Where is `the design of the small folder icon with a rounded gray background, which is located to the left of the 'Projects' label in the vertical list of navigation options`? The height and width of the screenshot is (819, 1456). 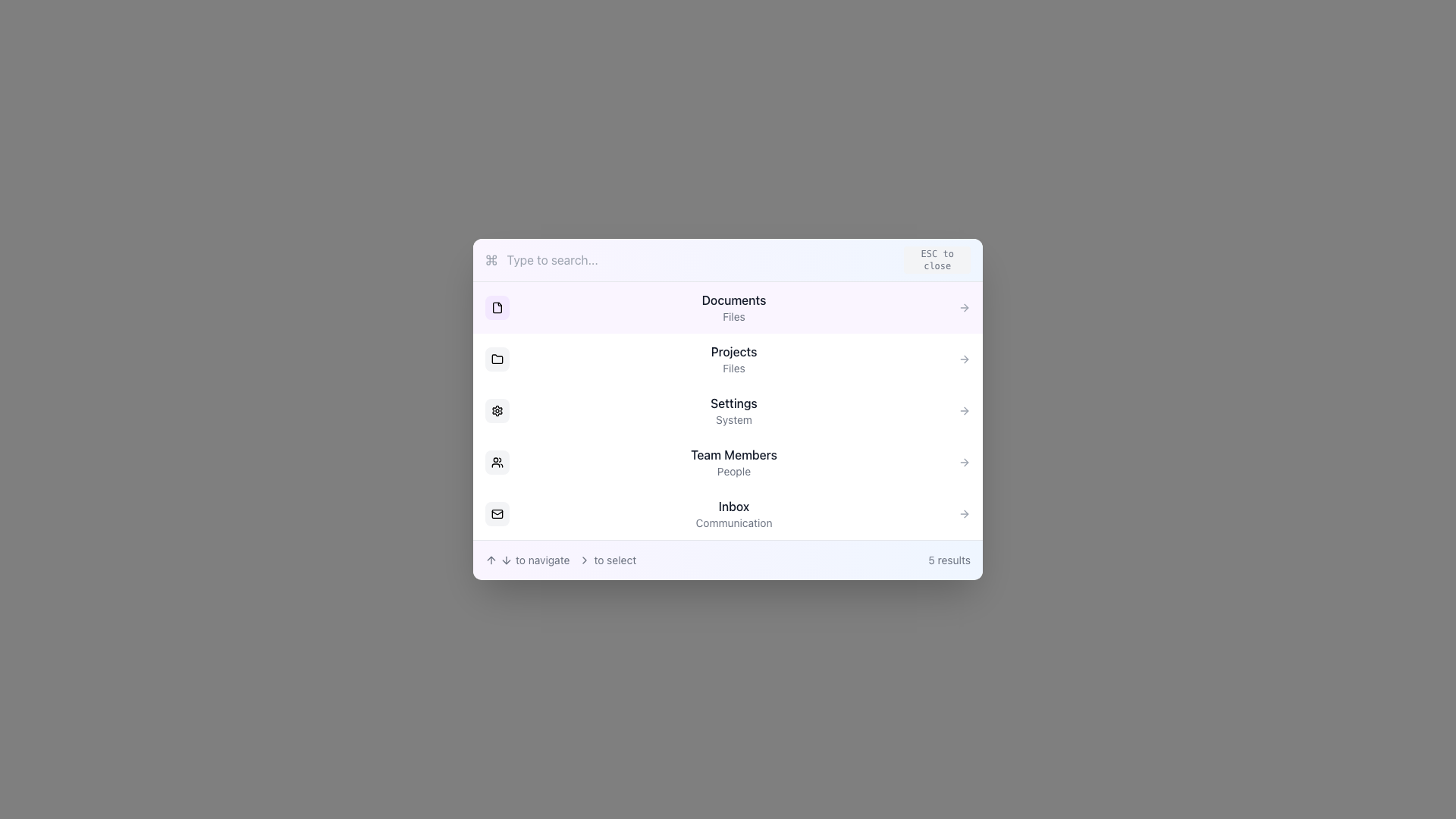
the design of the small folder icon with a rounded gray background, which is located to the left of the 'Projects' label in the vertical list of navigation options is located at coordinates (497, 359).